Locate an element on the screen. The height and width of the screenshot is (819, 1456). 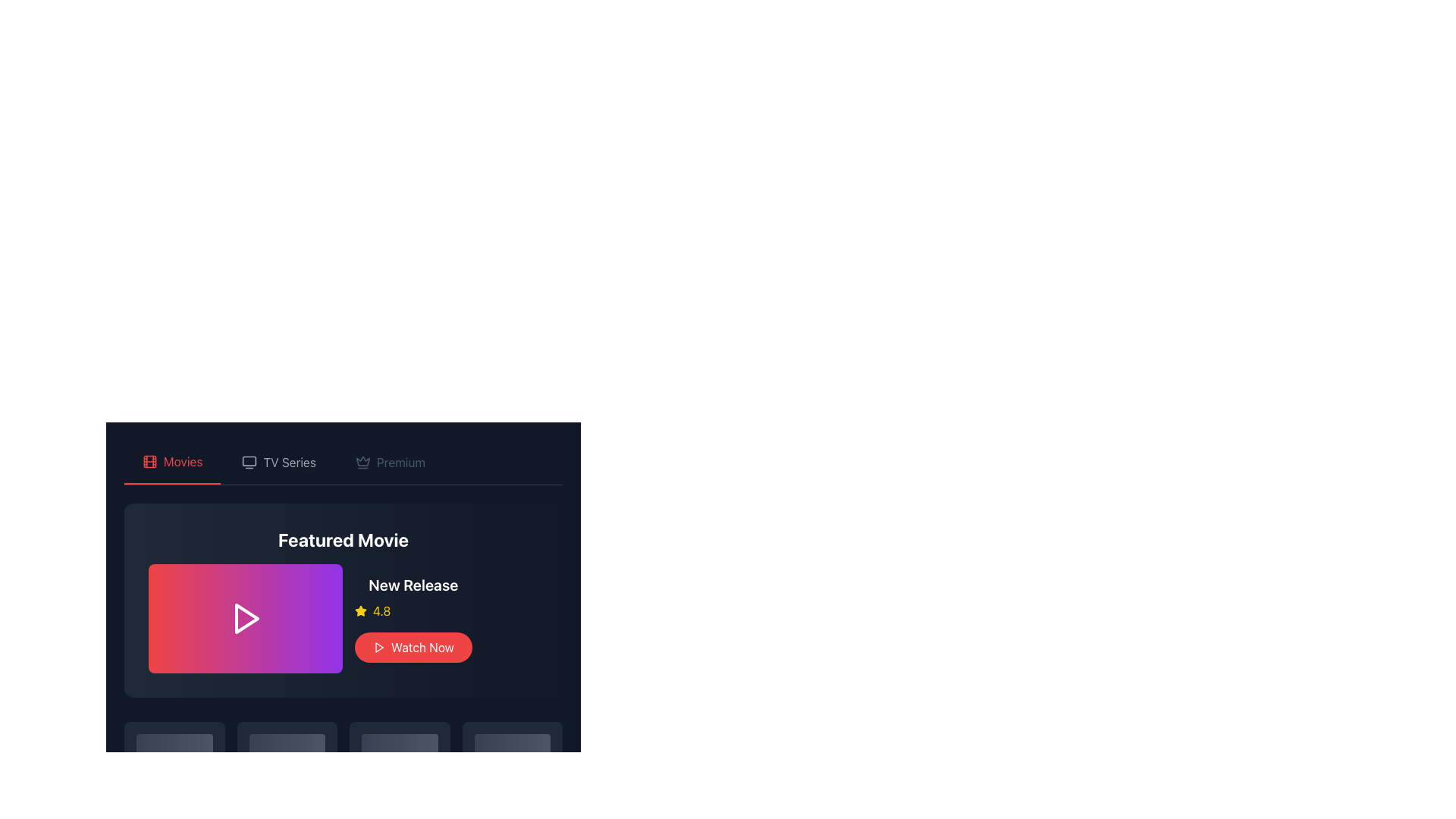
the rating value represented by the star icon located in the rating section below the 'Featured Movie' heading is located at coordinates (359, 610).